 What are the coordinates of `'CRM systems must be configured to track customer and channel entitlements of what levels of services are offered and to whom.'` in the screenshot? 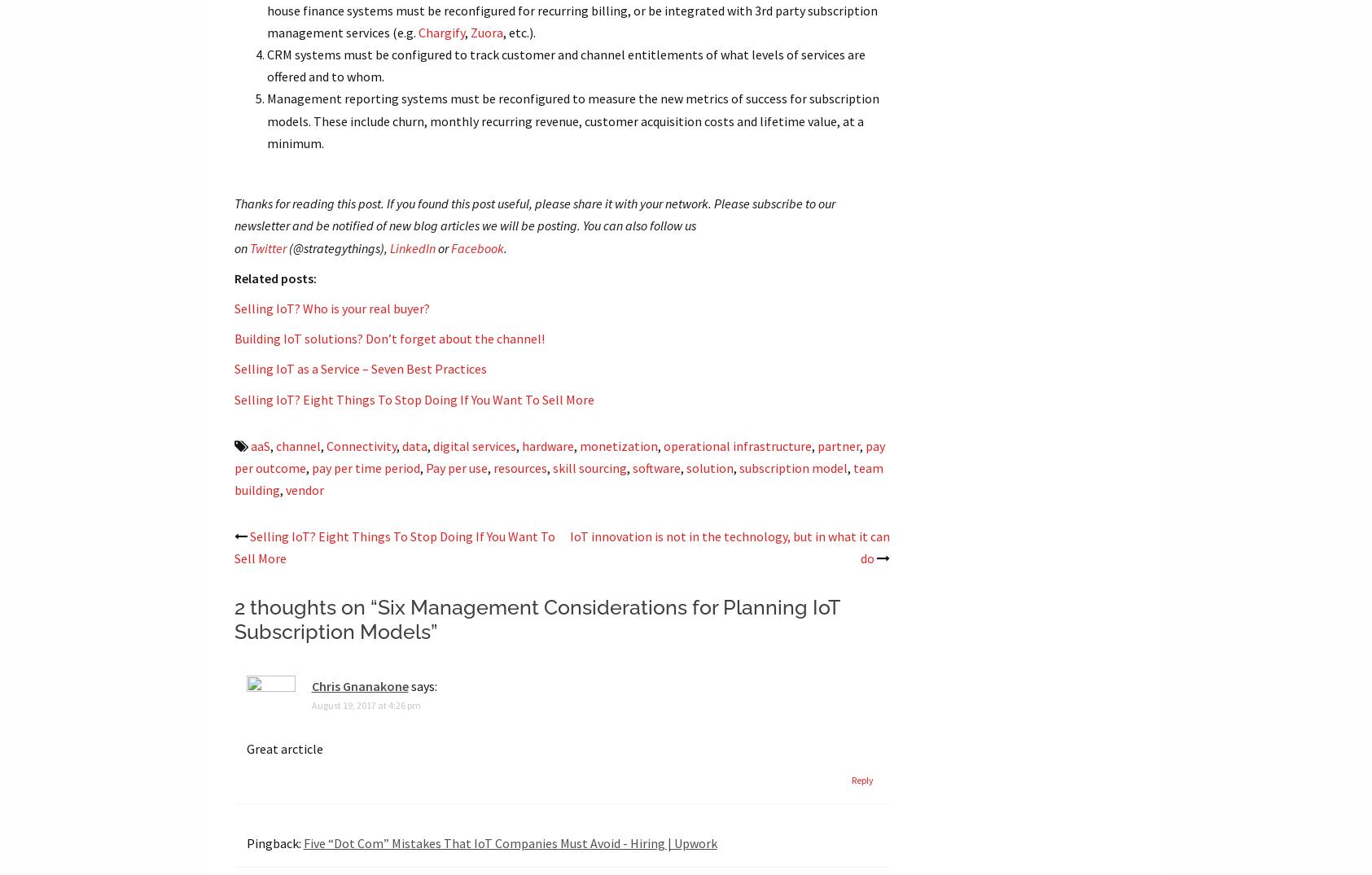 It's located at (564, 65).